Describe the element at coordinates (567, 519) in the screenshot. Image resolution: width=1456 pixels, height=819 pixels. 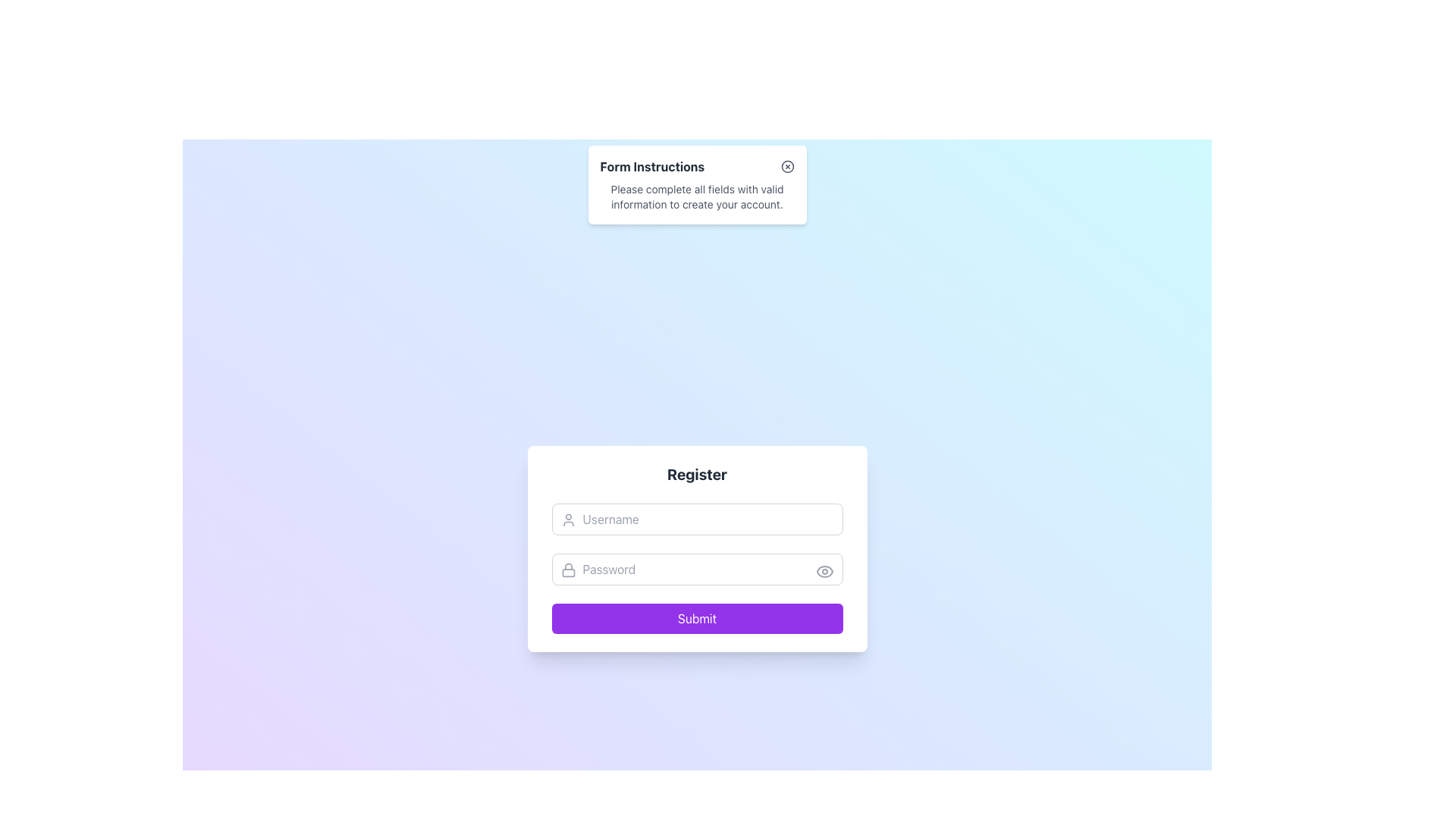
I see `the user-profile-like icon, which is a small circular outline located at the top-left corner of the username input field in the registration form` at that location.